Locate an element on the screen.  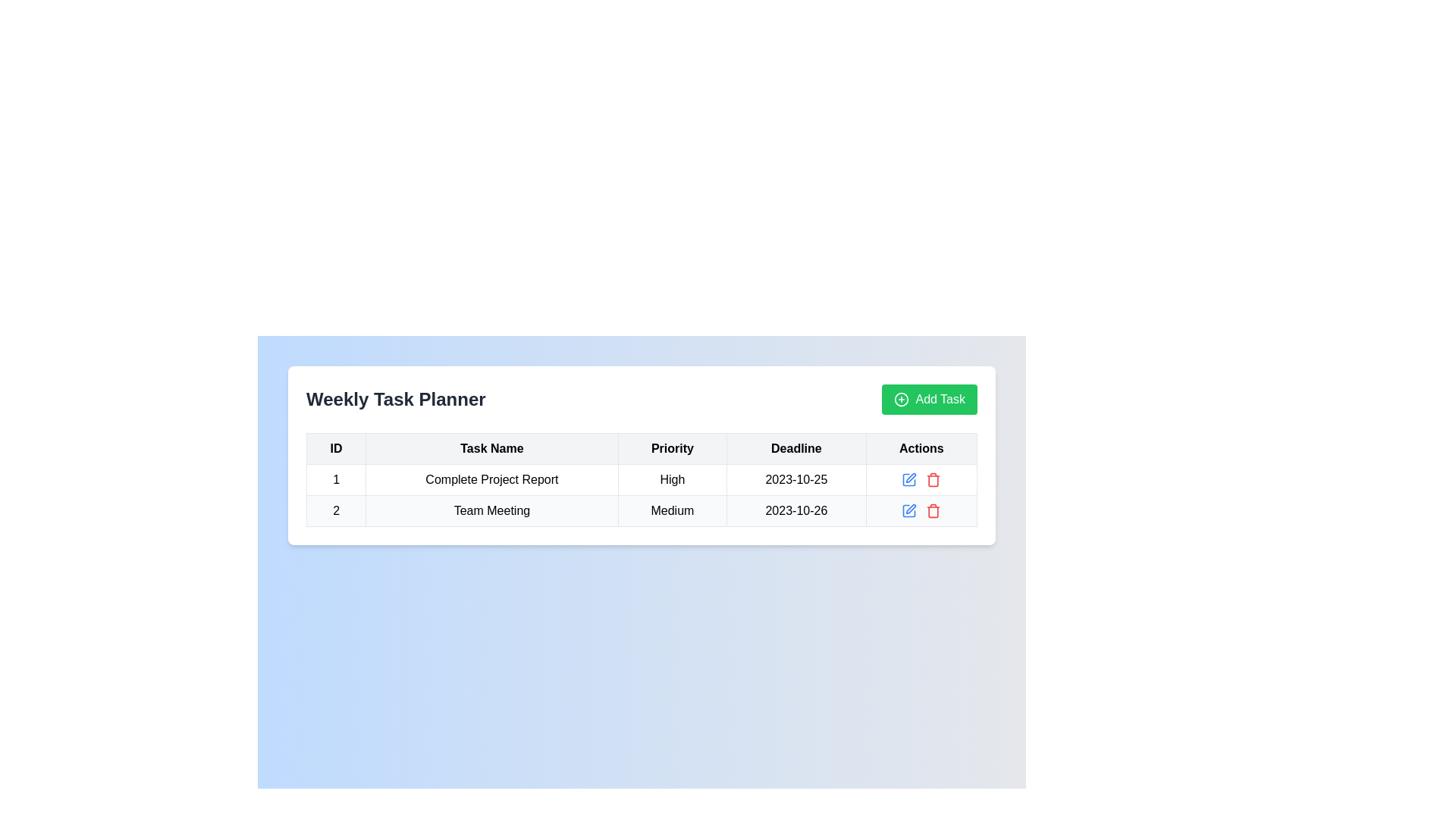
the text label in the fourth column of the first row that conveys the deadline for the task 'Complete Project Report' is located at coordinates (795, 479).